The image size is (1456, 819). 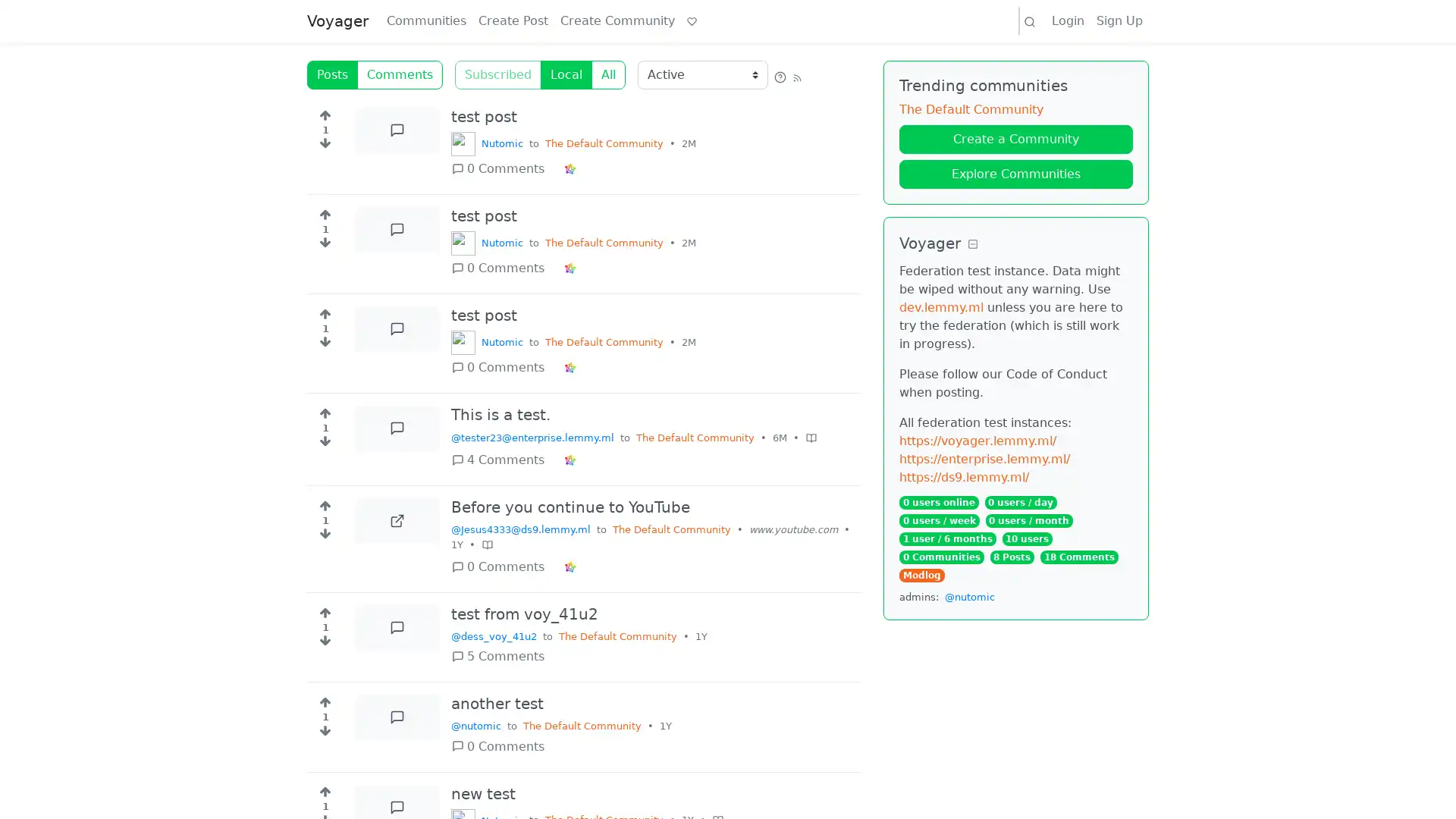 What do you see at coordinates (324, 789) in the screenshot?
I see `Upvote` at bounding box center [324, 789].